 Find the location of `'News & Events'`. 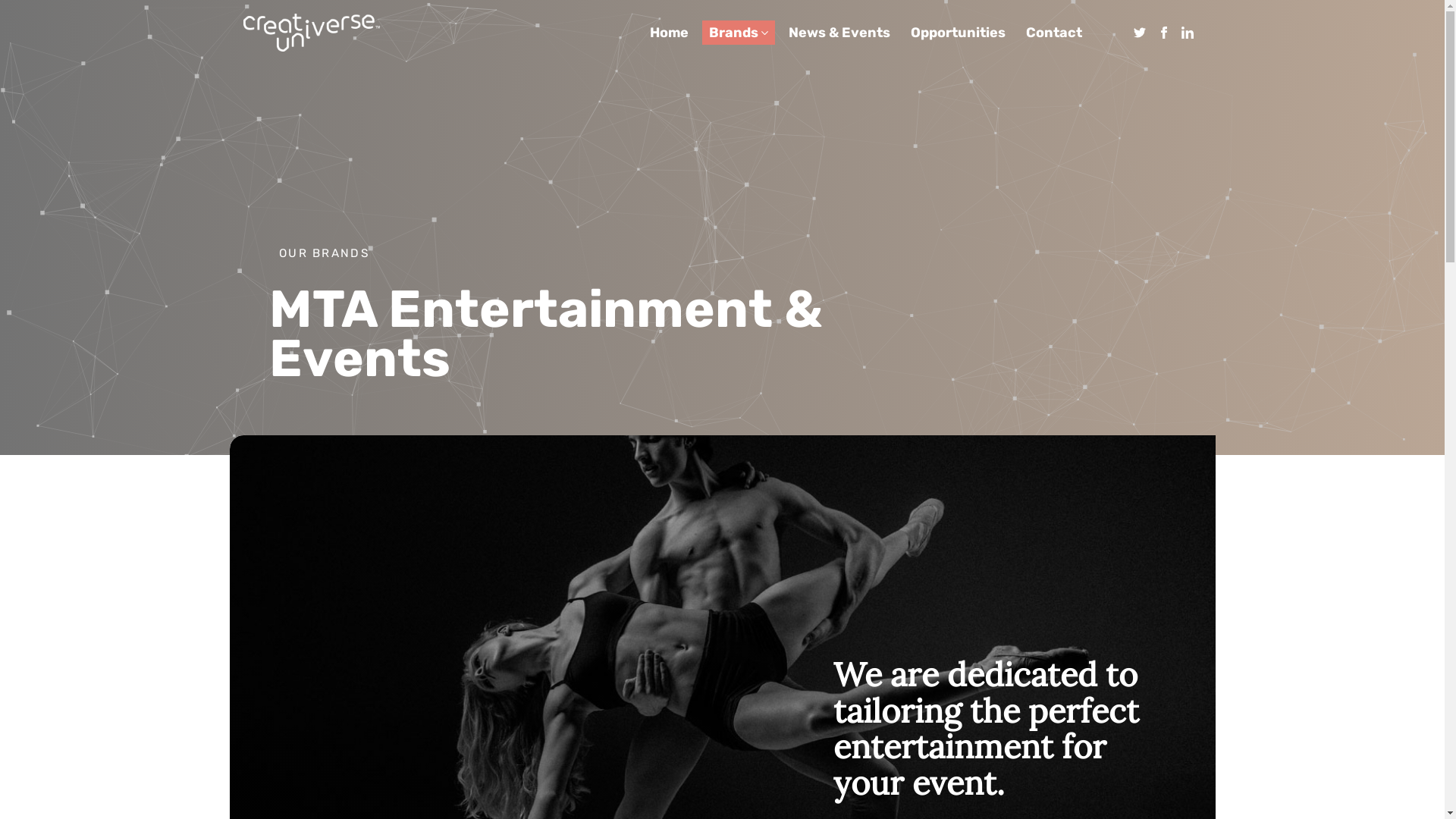

'News & Events' is located at coordinates (839, 32).